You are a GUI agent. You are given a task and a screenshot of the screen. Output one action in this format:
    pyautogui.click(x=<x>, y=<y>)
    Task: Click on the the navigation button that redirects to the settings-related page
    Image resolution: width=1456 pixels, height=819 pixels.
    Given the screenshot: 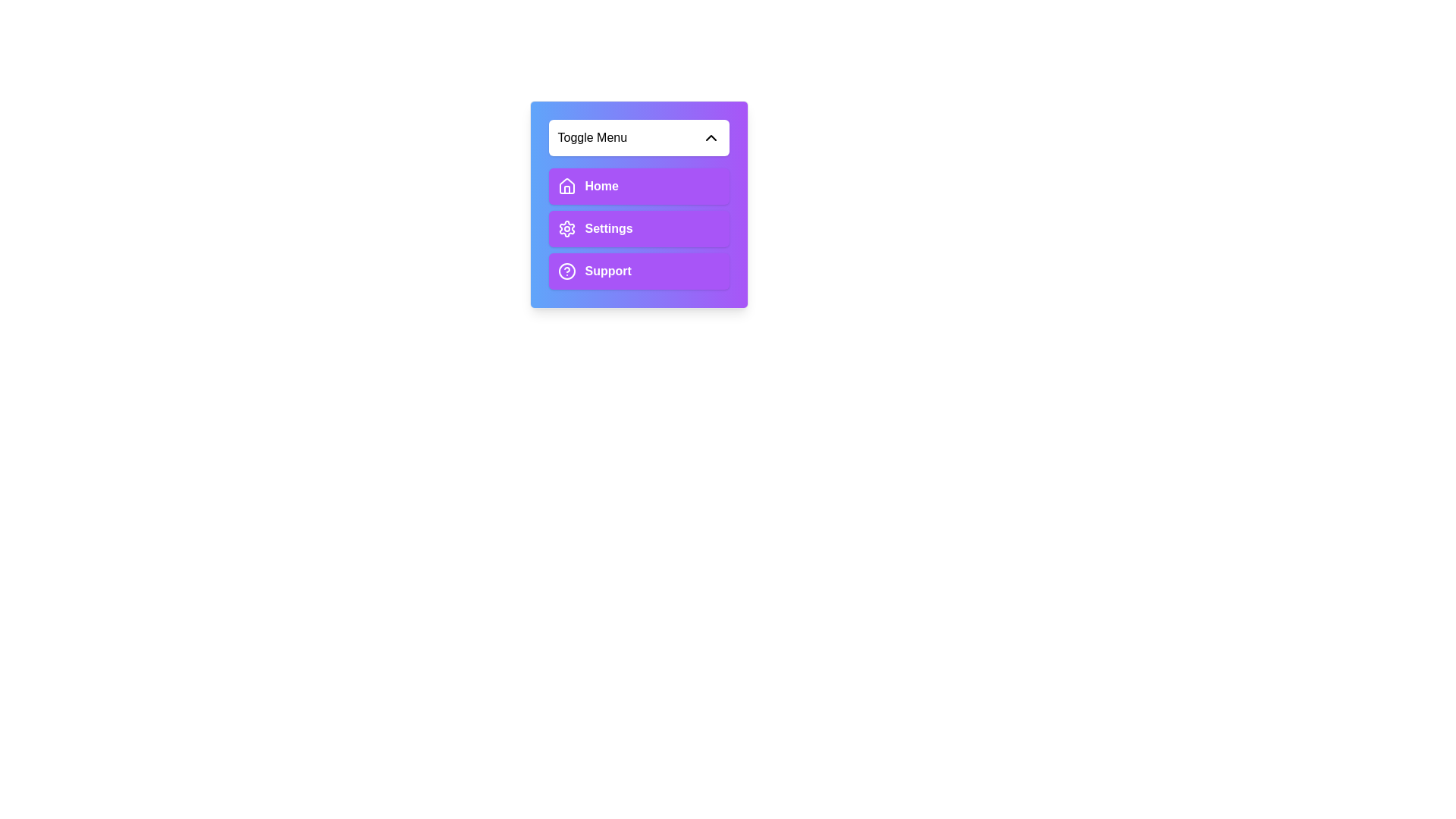 What is the action you would take?
    pyautogui.click(x=639, y=228)
    